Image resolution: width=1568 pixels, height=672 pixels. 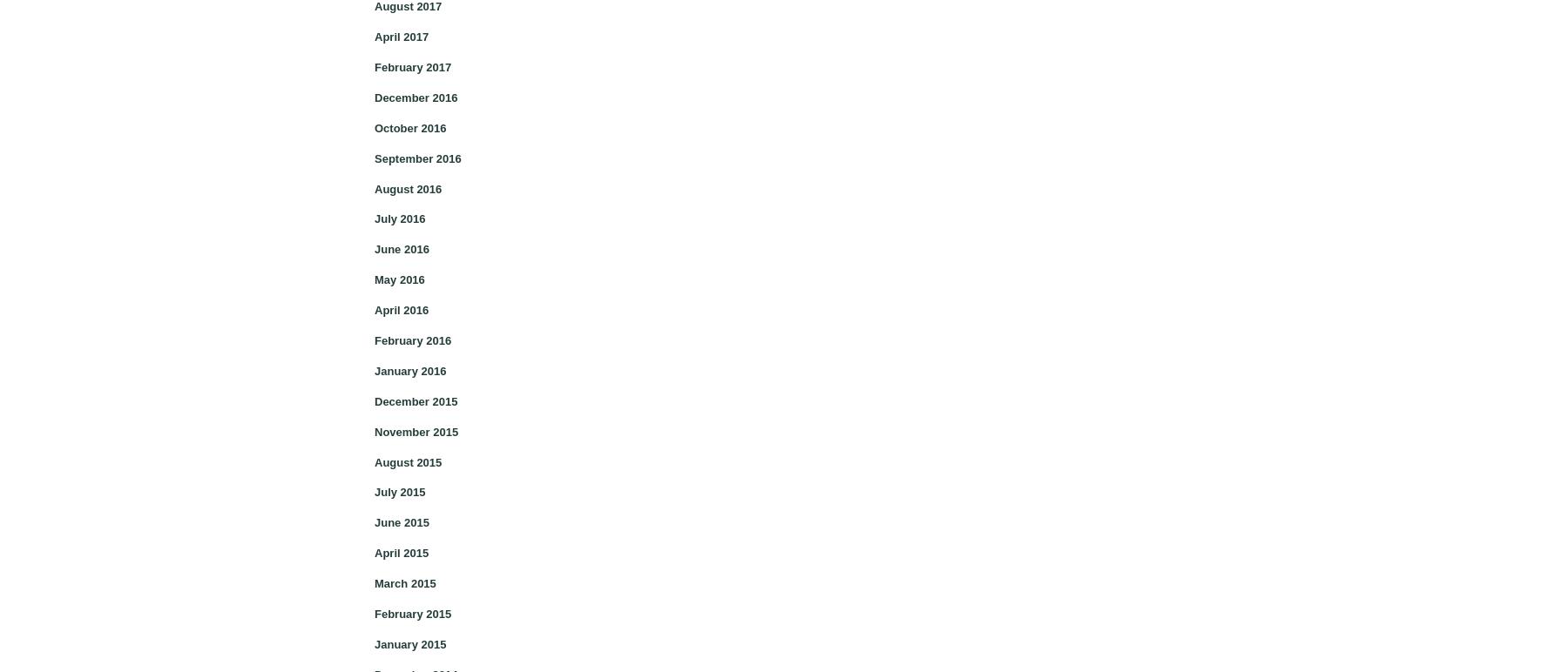 I want to click on 'February 2017', so click(x=411, y=66).